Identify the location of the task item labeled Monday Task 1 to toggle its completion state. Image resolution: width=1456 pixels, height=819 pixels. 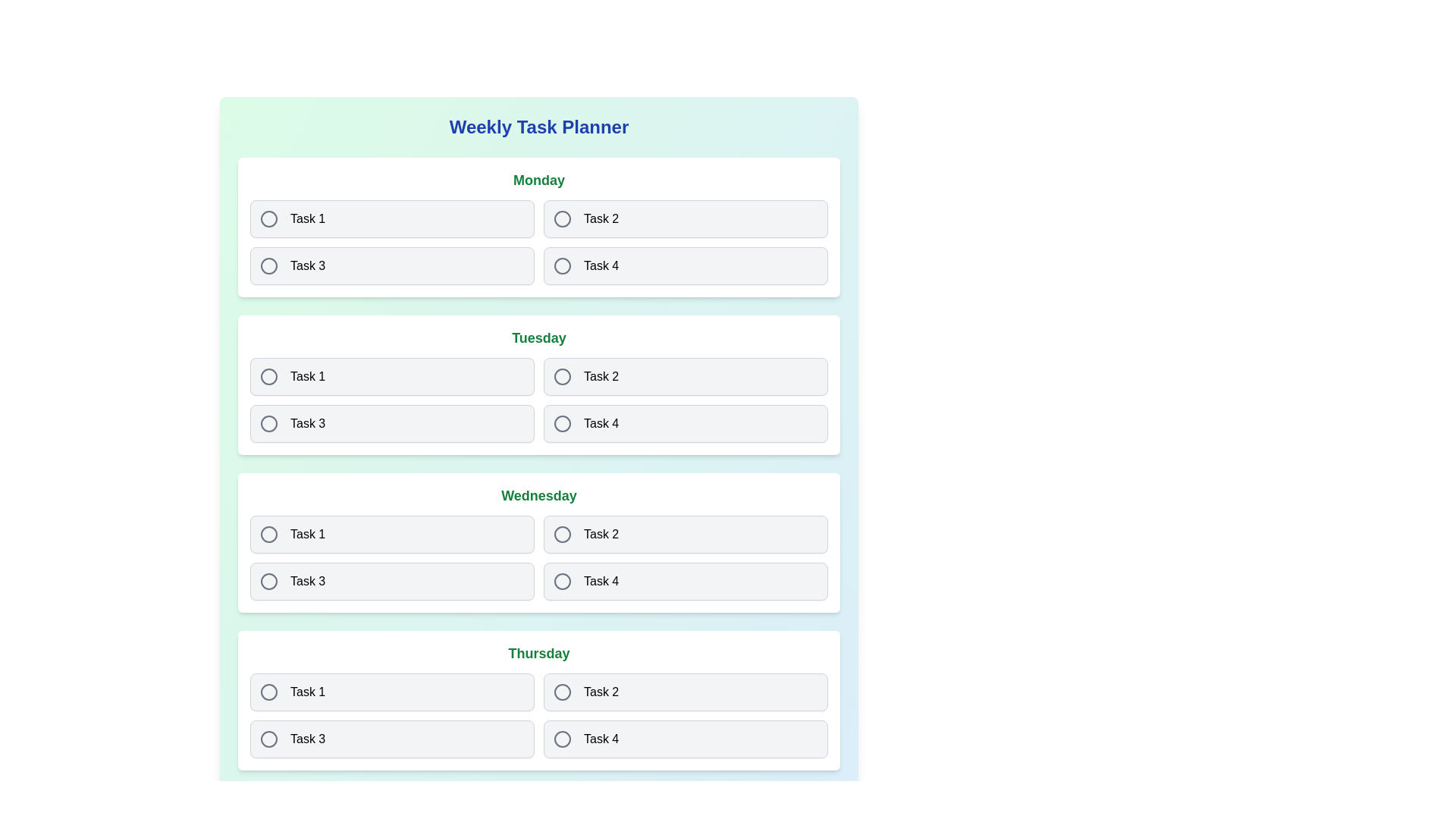
(392, 219).